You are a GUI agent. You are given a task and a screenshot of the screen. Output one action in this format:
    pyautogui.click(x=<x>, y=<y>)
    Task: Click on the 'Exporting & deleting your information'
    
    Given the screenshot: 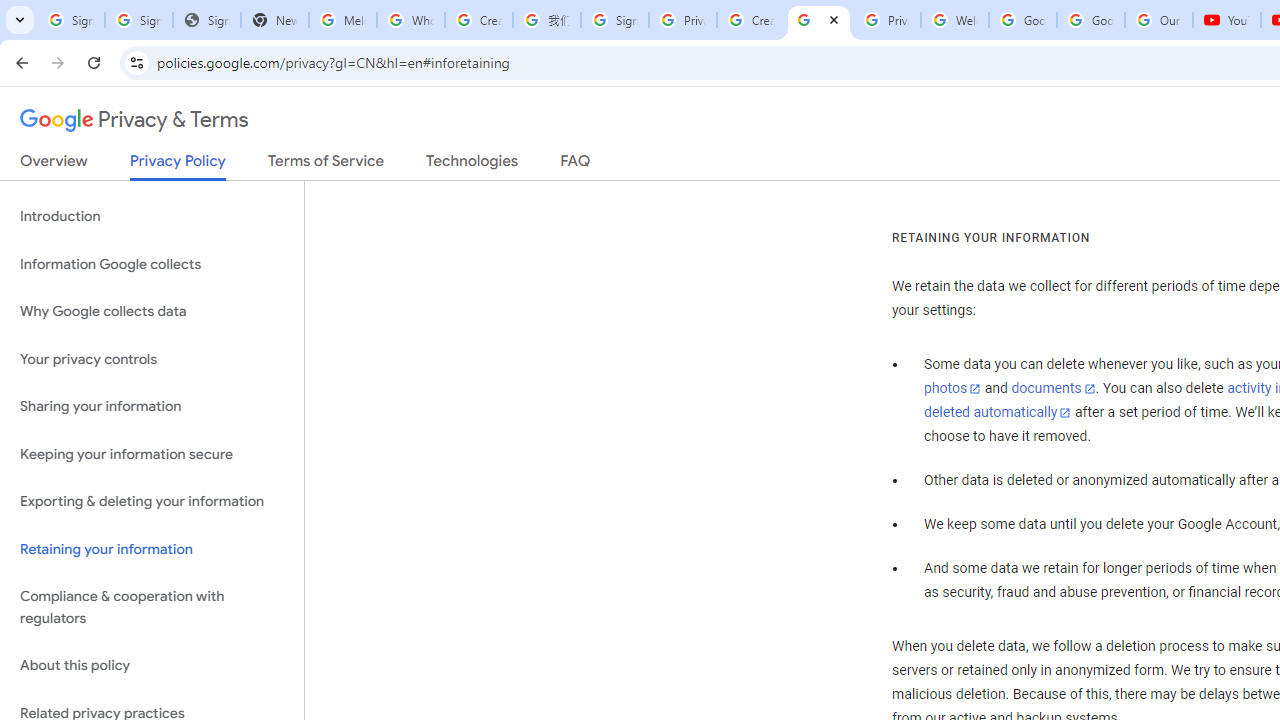 What is the action you would take?
    pyautogui.click(x=151, y=501)
    